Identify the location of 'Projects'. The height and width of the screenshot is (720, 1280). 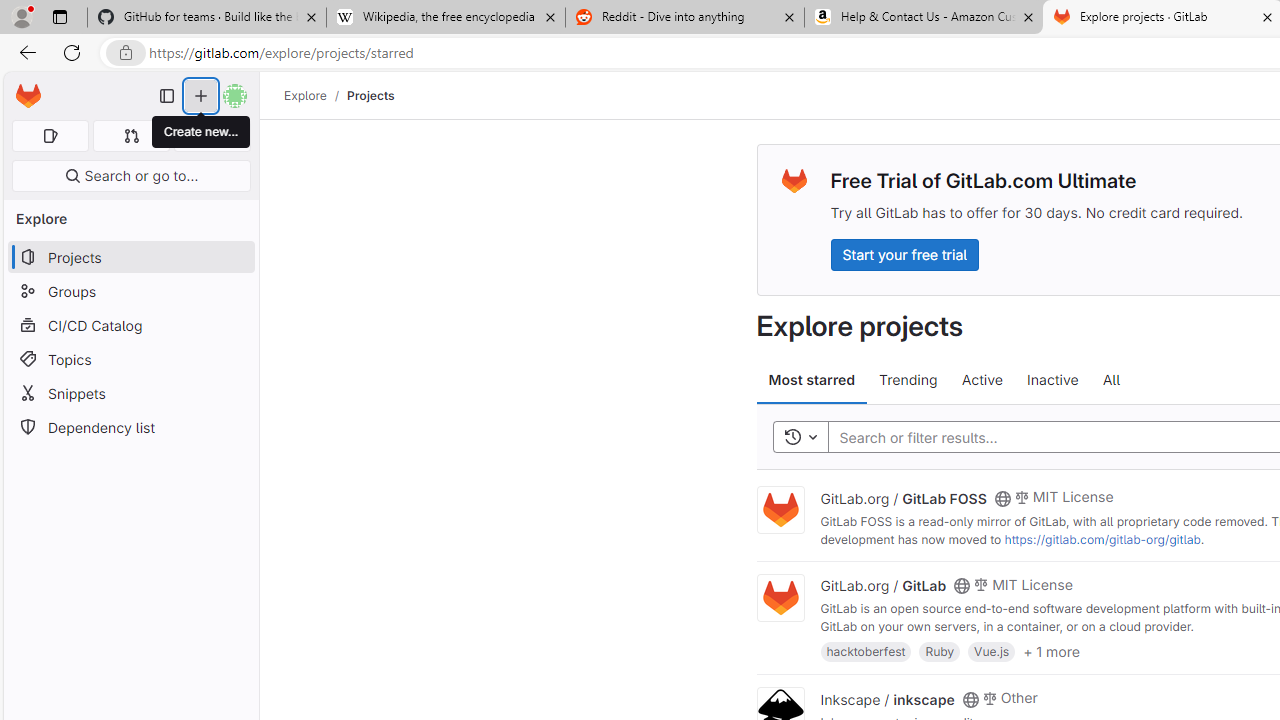
(371, 95).